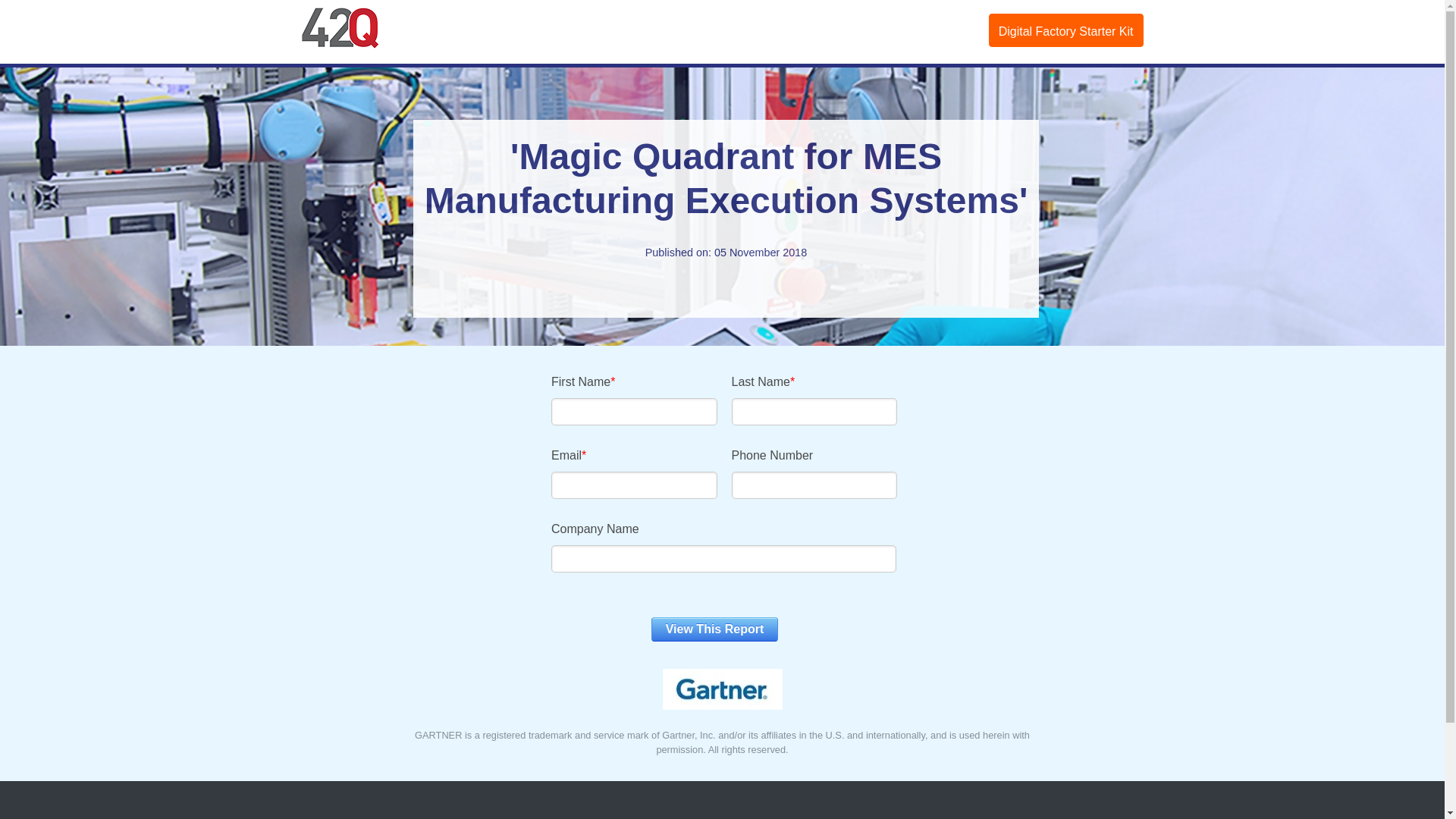  Describe the element at coordinates (1065, 30) in the screenshot. I see `'Digital Factory Starter Kit'` at that location.